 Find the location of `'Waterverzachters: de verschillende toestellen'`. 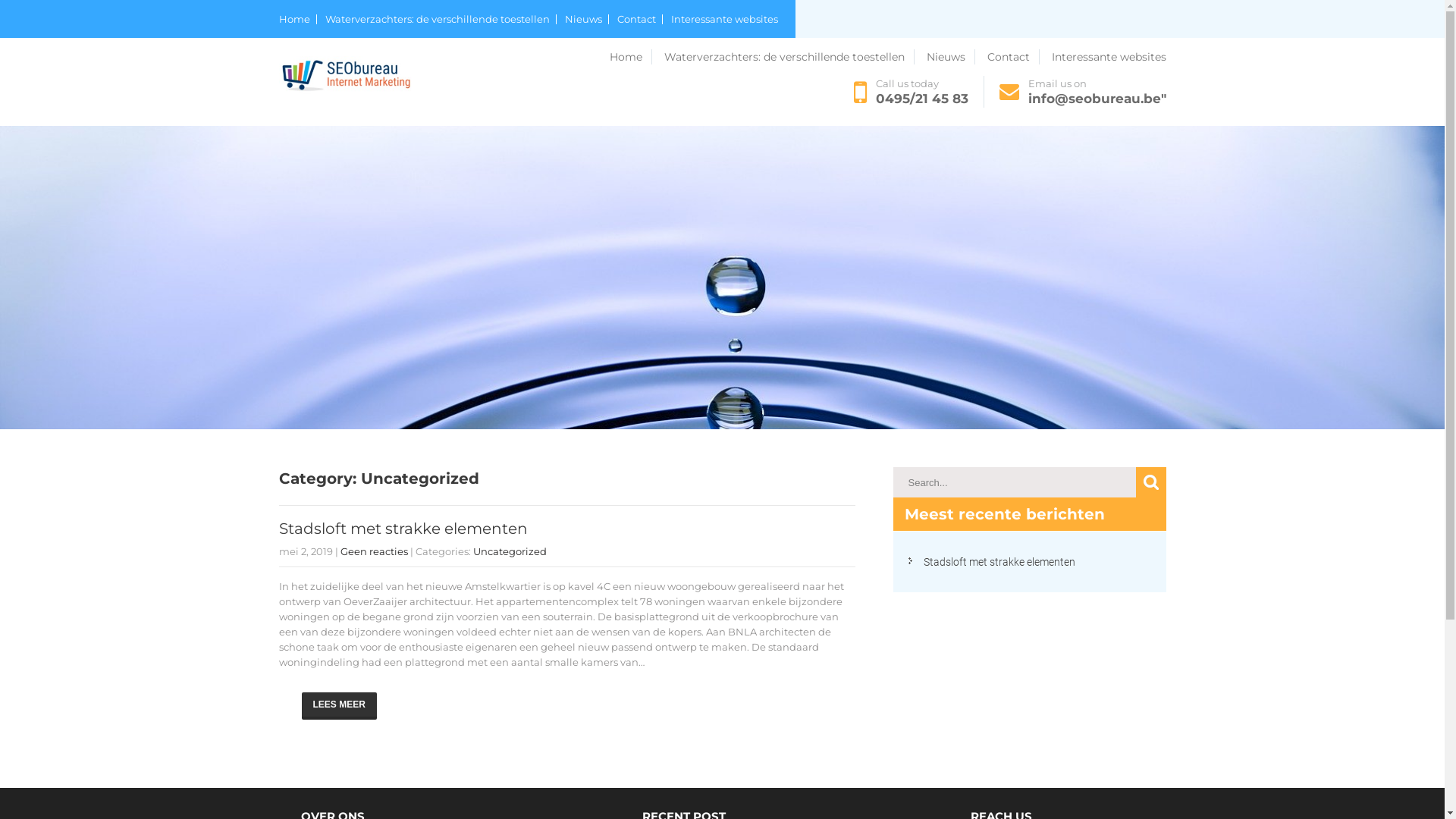

'Waterverzachters: de verschillende toestellen' is located at coordinates (789, 55).